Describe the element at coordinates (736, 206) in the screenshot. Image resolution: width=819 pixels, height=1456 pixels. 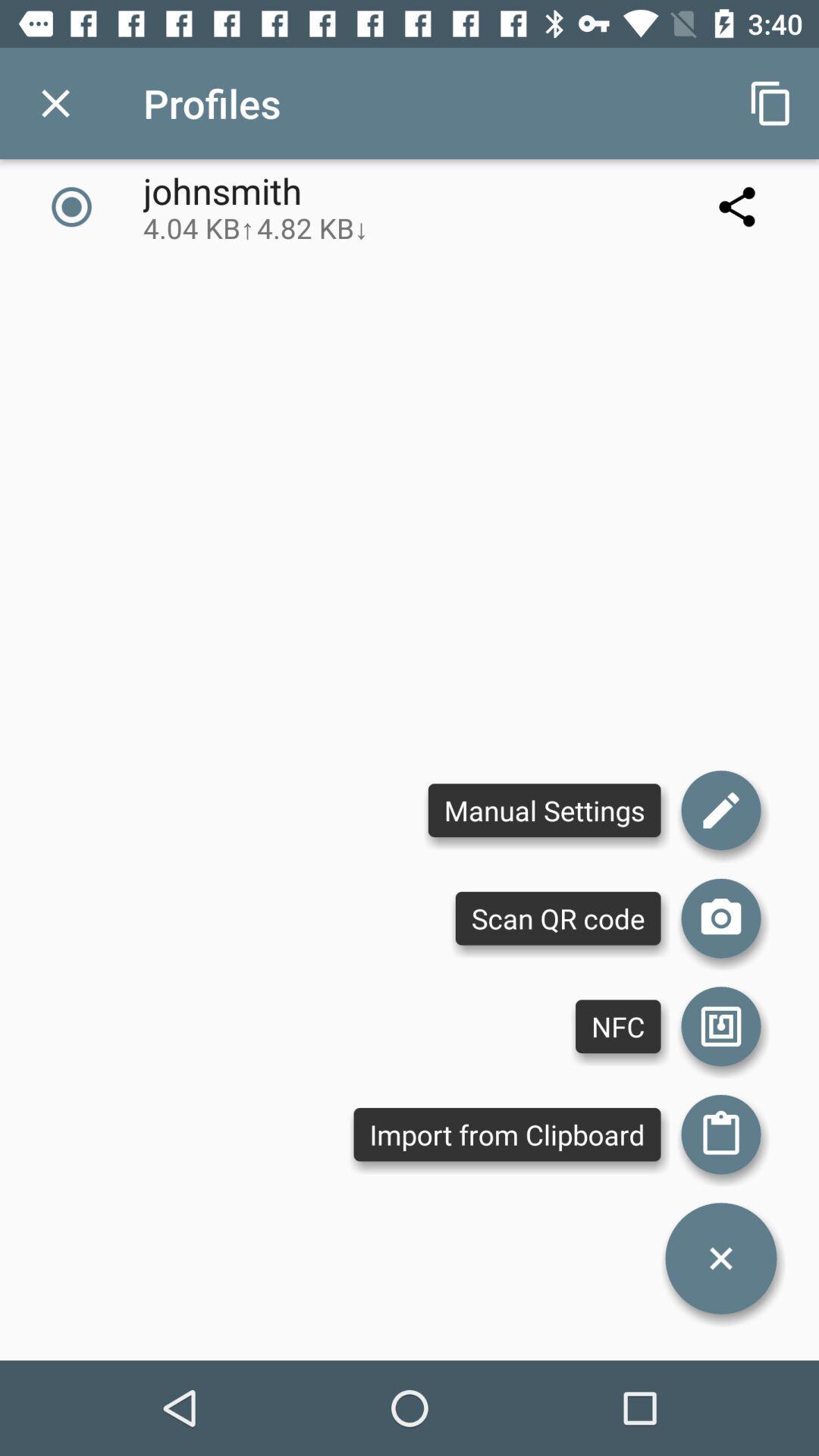
I see `the icon next to the johnsmith 4 04 icon` at that location.